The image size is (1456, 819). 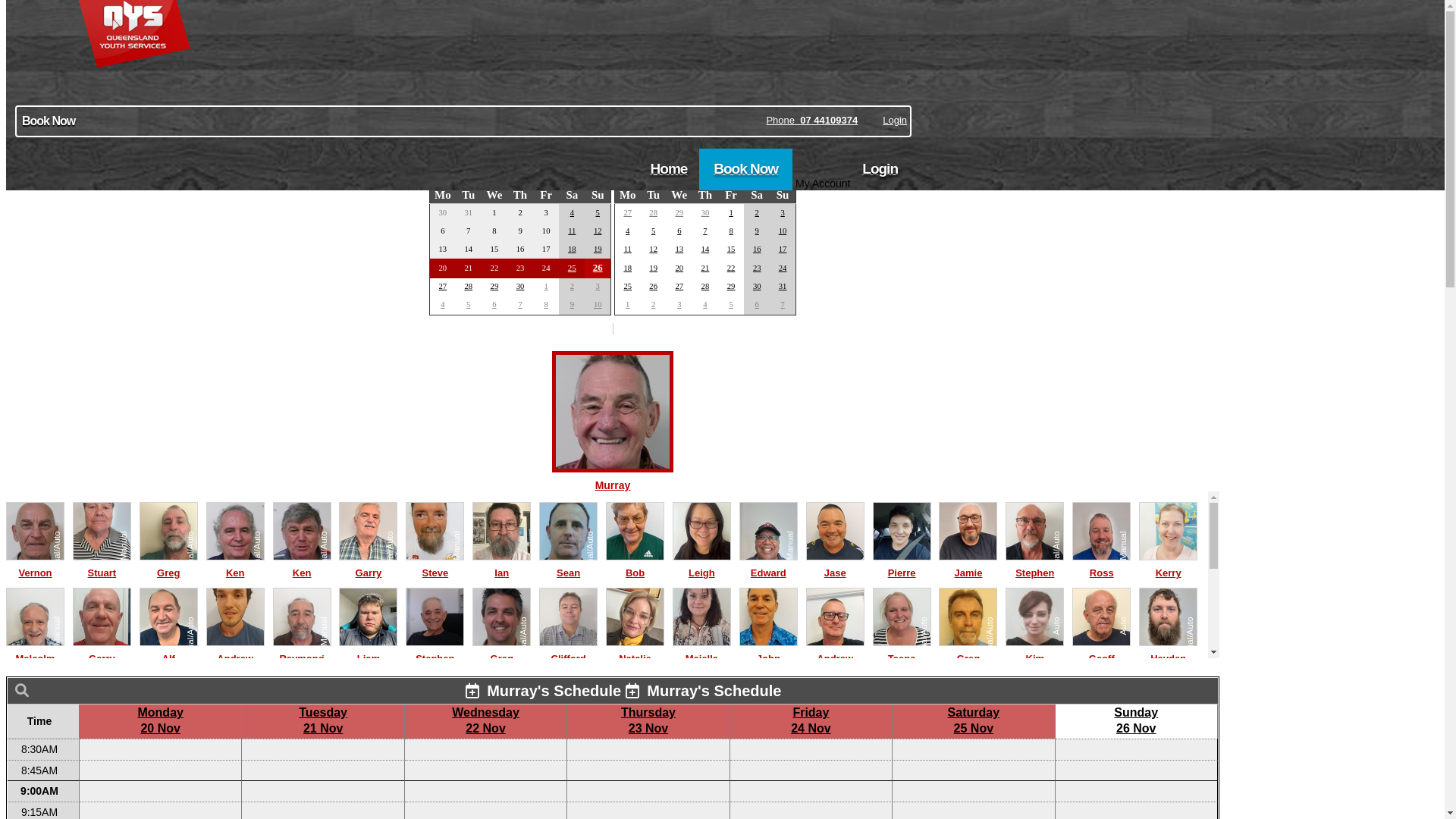 I want to click on 'Sean, so click(x=567, y=565).